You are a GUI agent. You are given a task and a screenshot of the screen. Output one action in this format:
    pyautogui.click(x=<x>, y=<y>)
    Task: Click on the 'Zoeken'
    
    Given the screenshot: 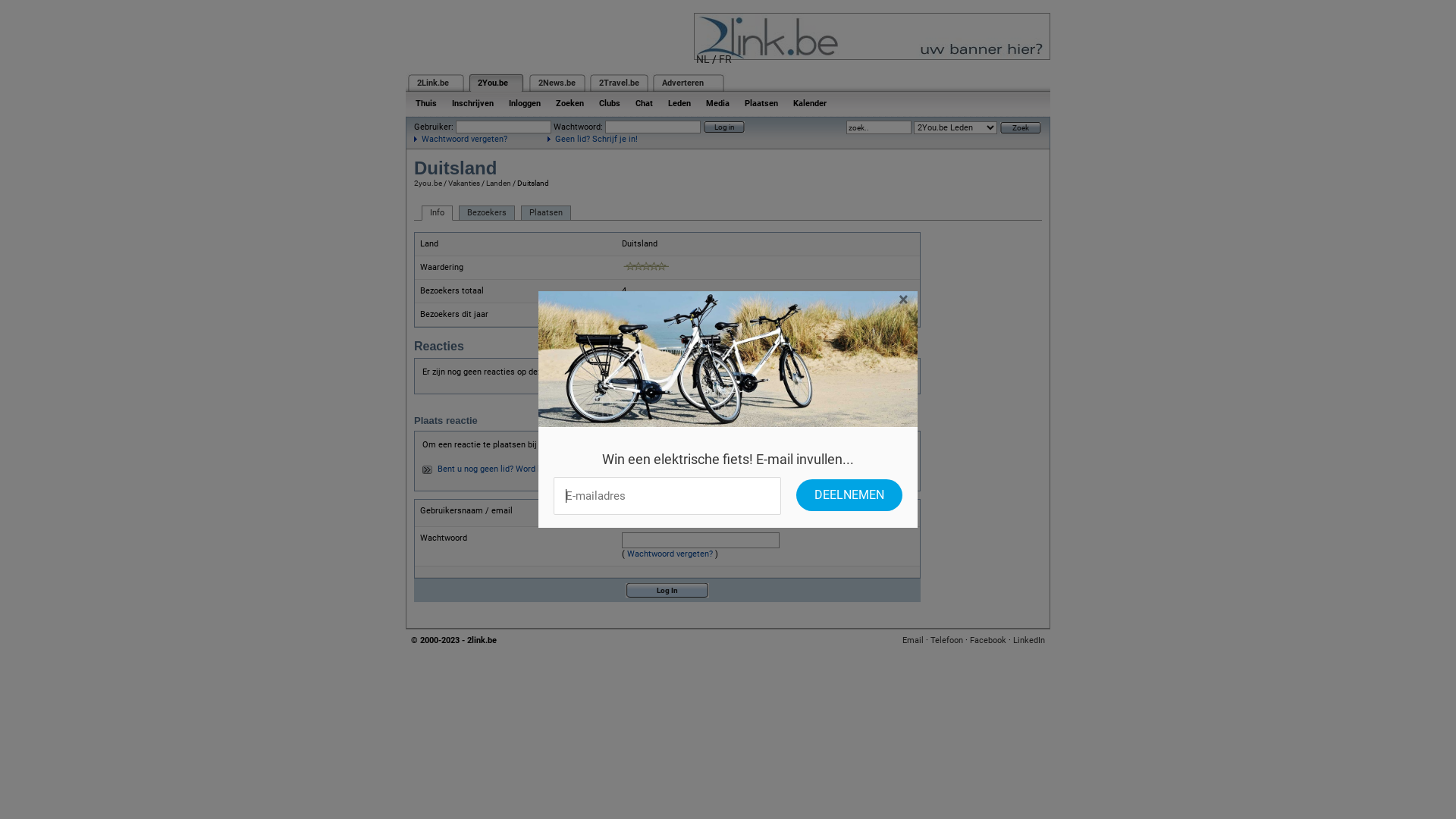 What is the action you would take?
    pyautogui.click(x=569, y=102)
    